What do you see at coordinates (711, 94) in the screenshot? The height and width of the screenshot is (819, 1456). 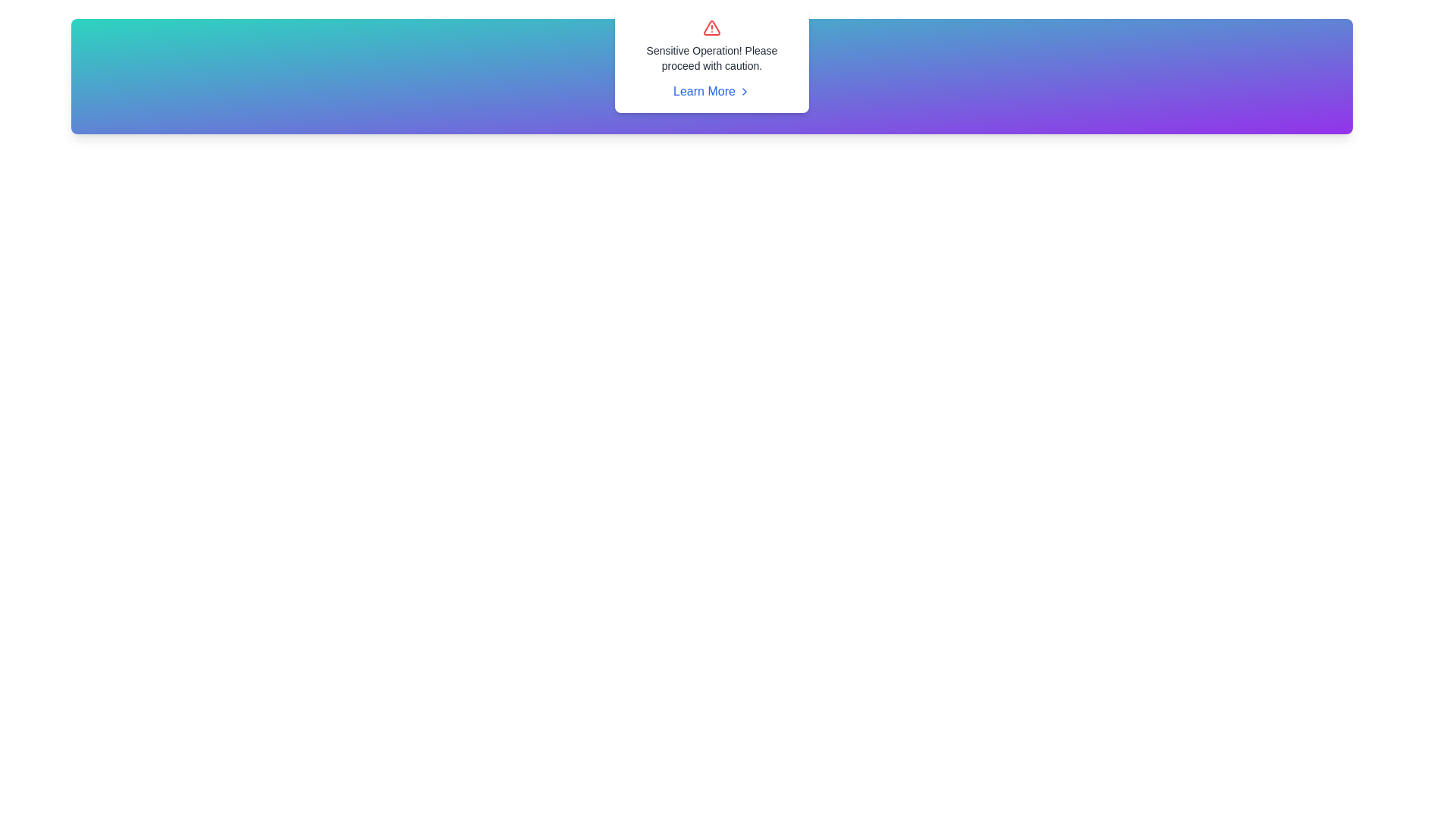 I see `the hyperlink located centrally in the pop-up alert box, which follows the text 'Sensitive Operation! Please proceed with caution', to underline the text` at bounding box center [711, 94].